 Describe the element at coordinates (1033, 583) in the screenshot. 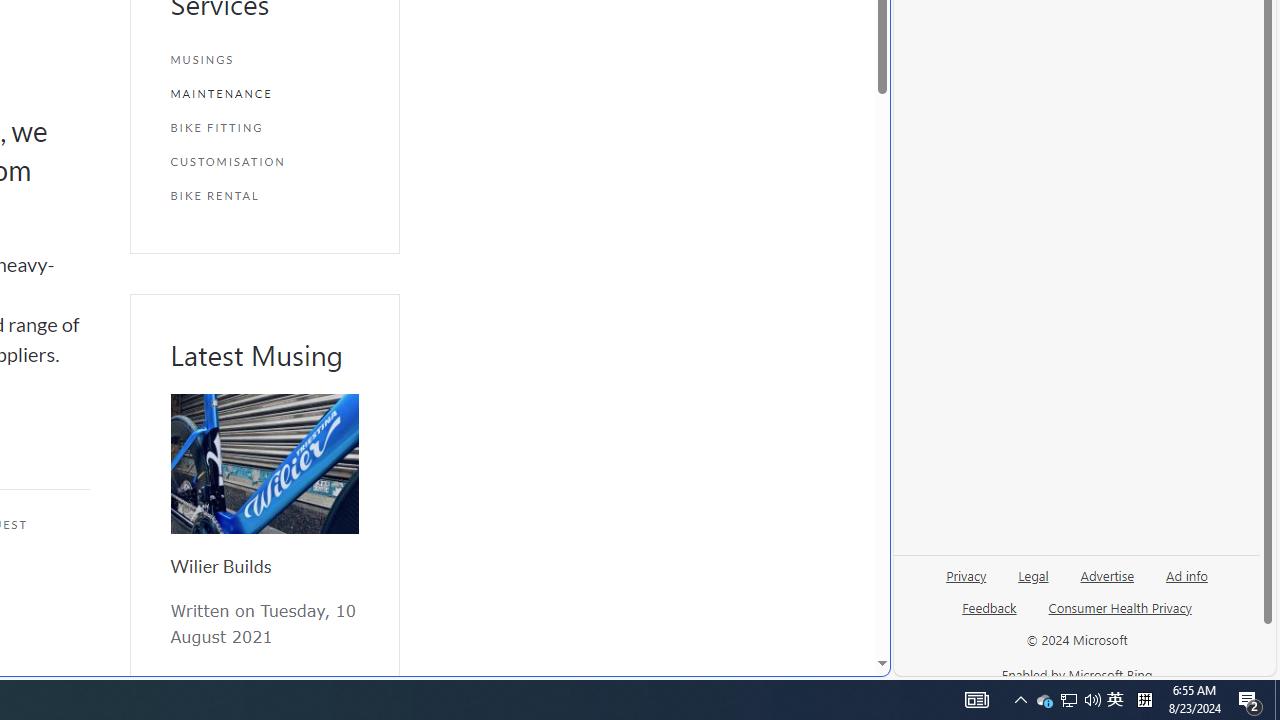

I see `'Legal'` at that location.